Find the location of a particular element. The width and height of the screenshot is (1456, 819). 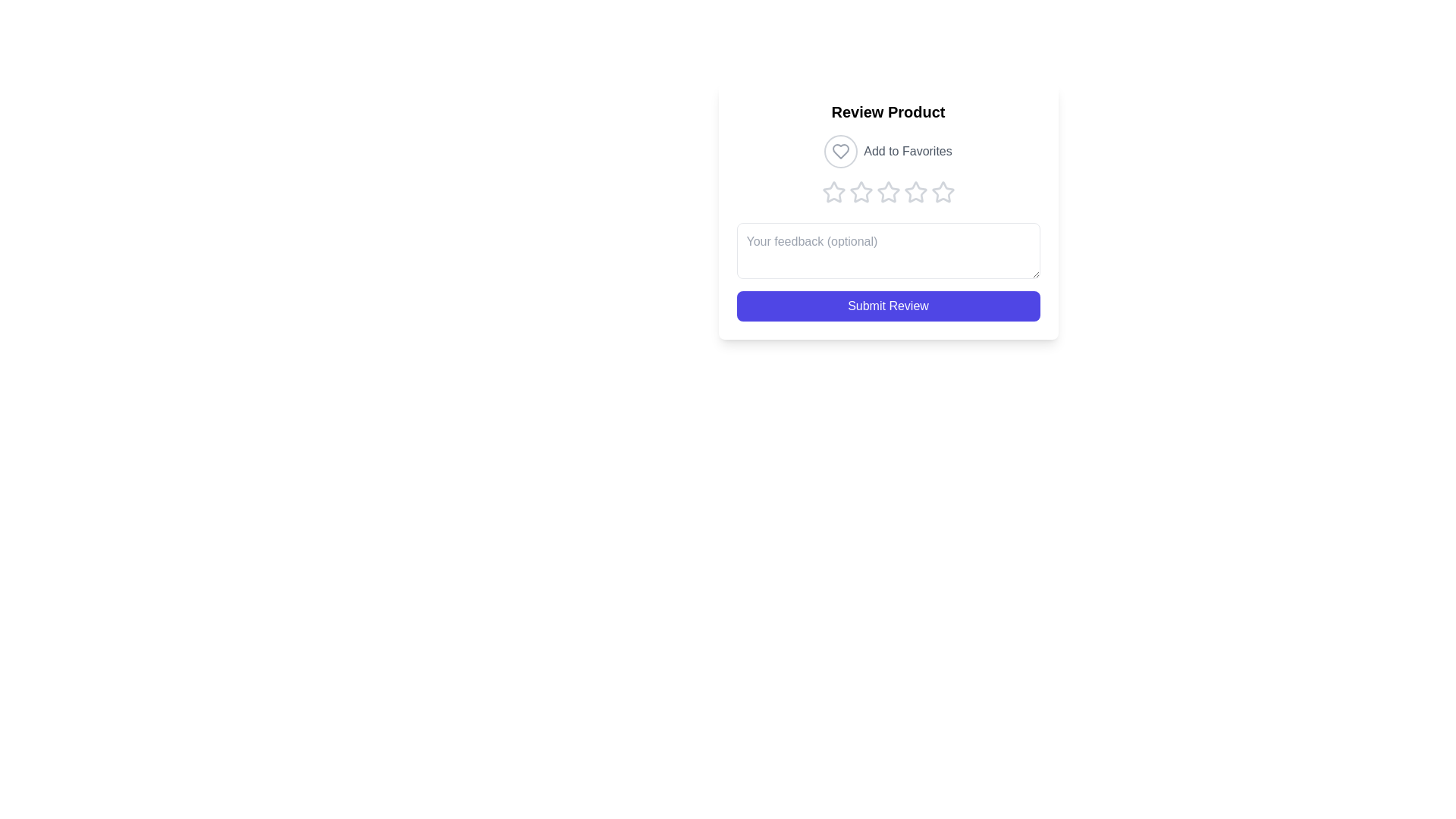

the second star-shaped icon in the rating widget to rate it two stars, which is outlined and hollow in light gray color is located at coordinates (861, 191).